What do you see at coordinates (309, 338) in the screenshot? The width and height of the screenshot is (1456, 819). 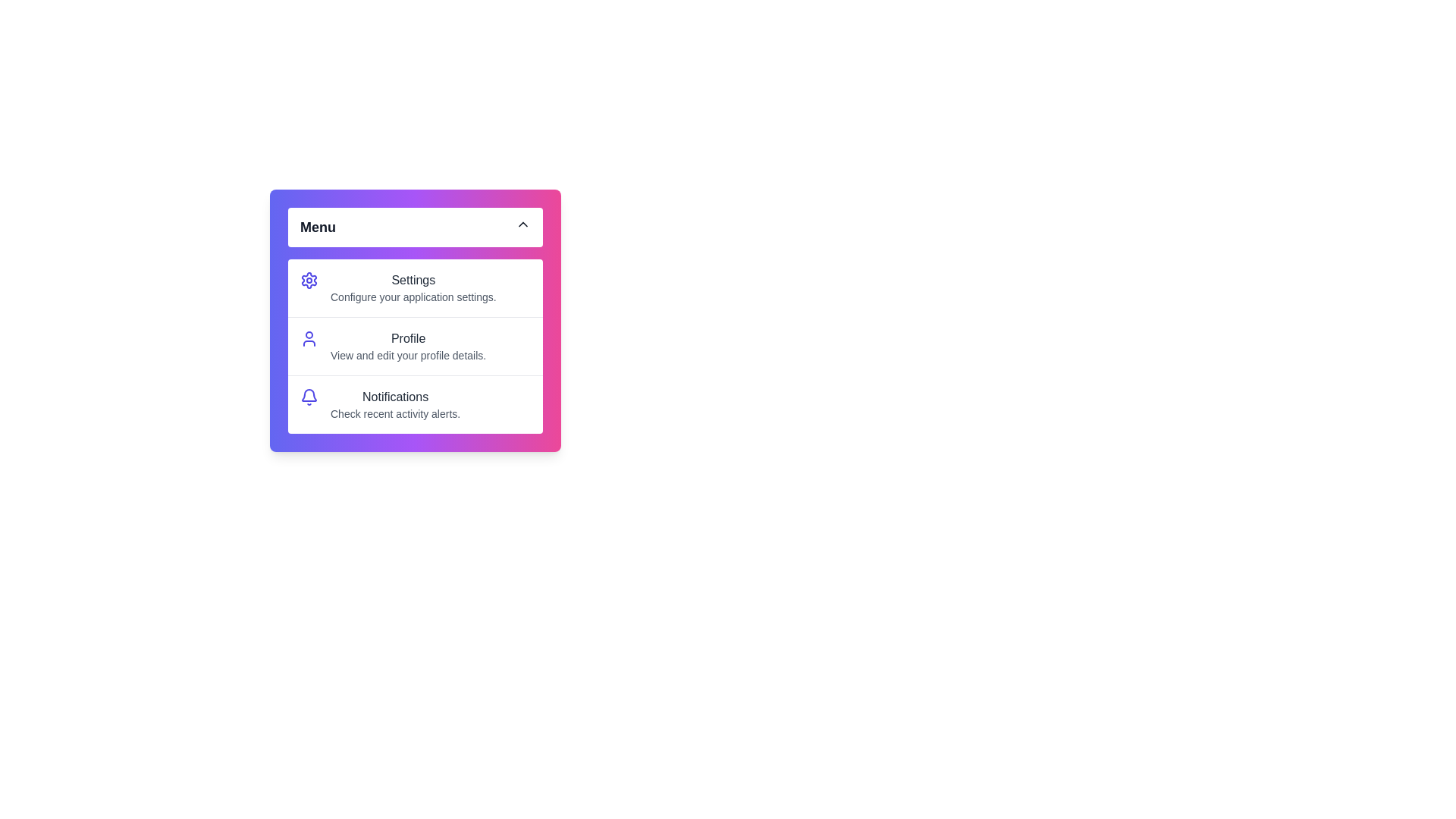 I see `the Profile icon in the menu` at bounding box center [309, 338].